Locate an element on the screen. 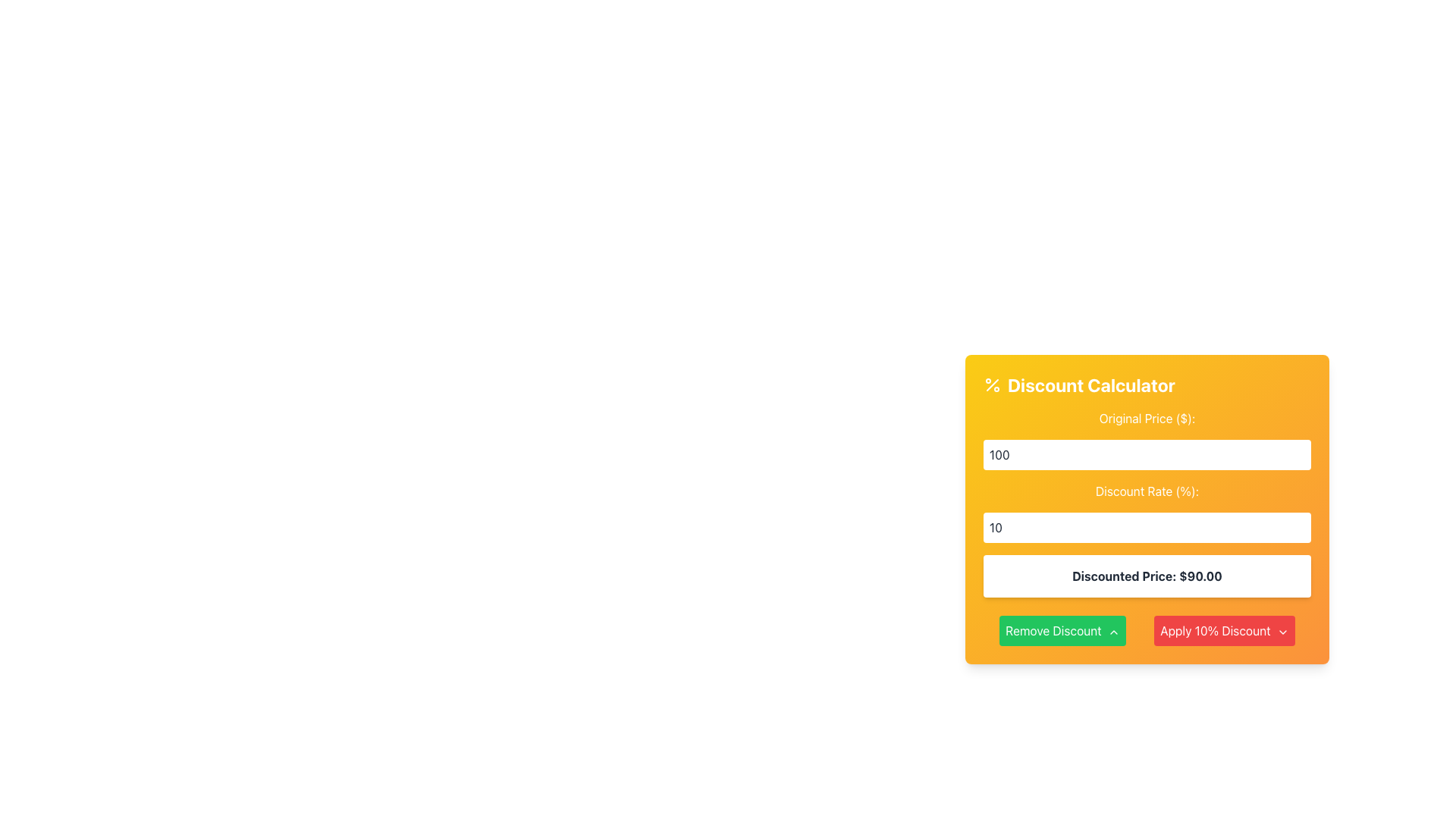 The image size is (1456, 819). the Text heading element at the top of the discount calculator panel, which has a gradient background transitioning from yellow to orange is located at coordinates (1147, 384).